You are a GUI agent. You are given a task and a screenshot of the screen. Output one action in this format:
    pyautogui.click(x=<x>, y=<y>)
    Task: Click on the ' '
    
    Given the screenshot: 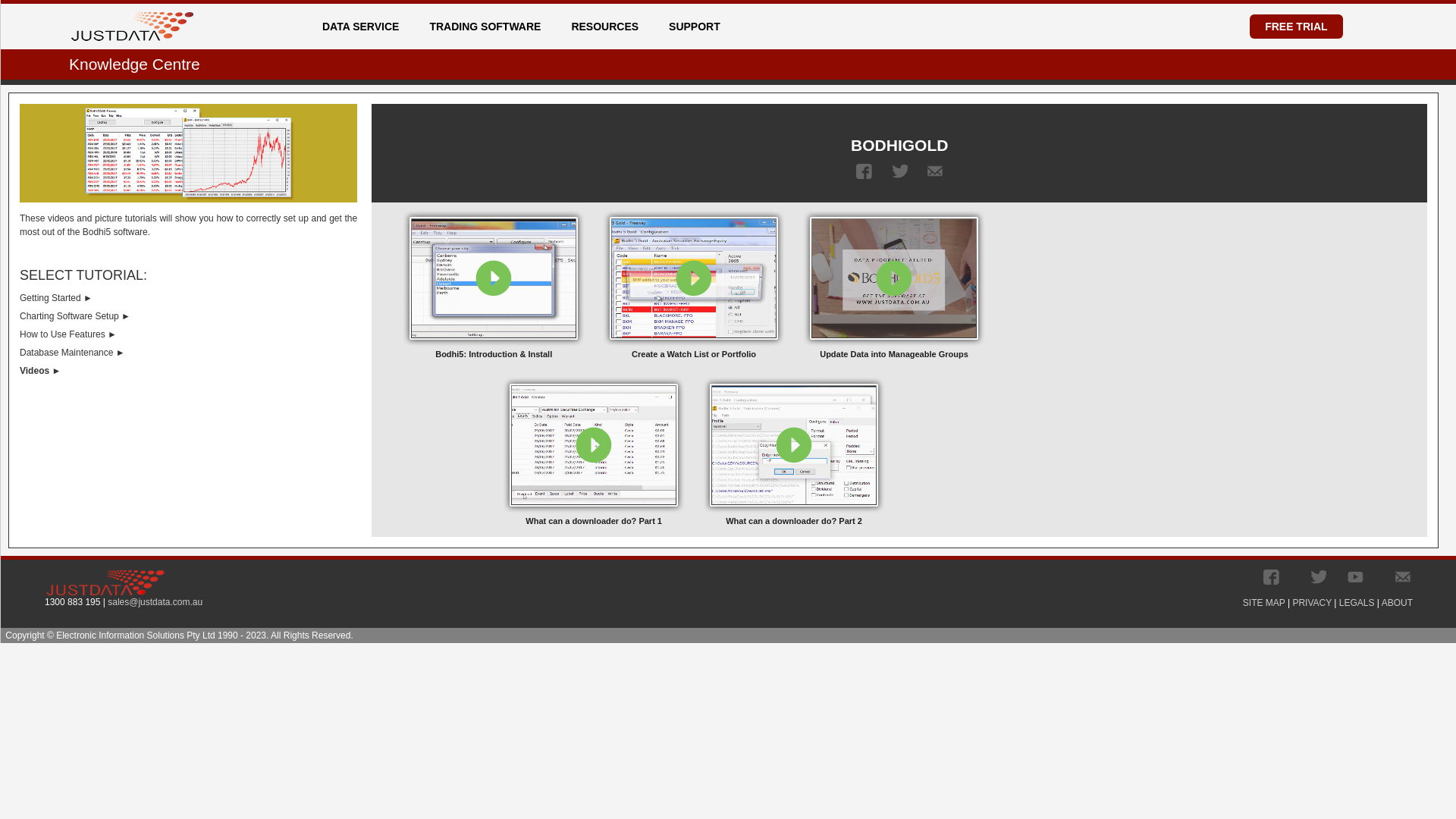 What is the action you would take?
    pyautogui.click(x=1355, y=576)
    